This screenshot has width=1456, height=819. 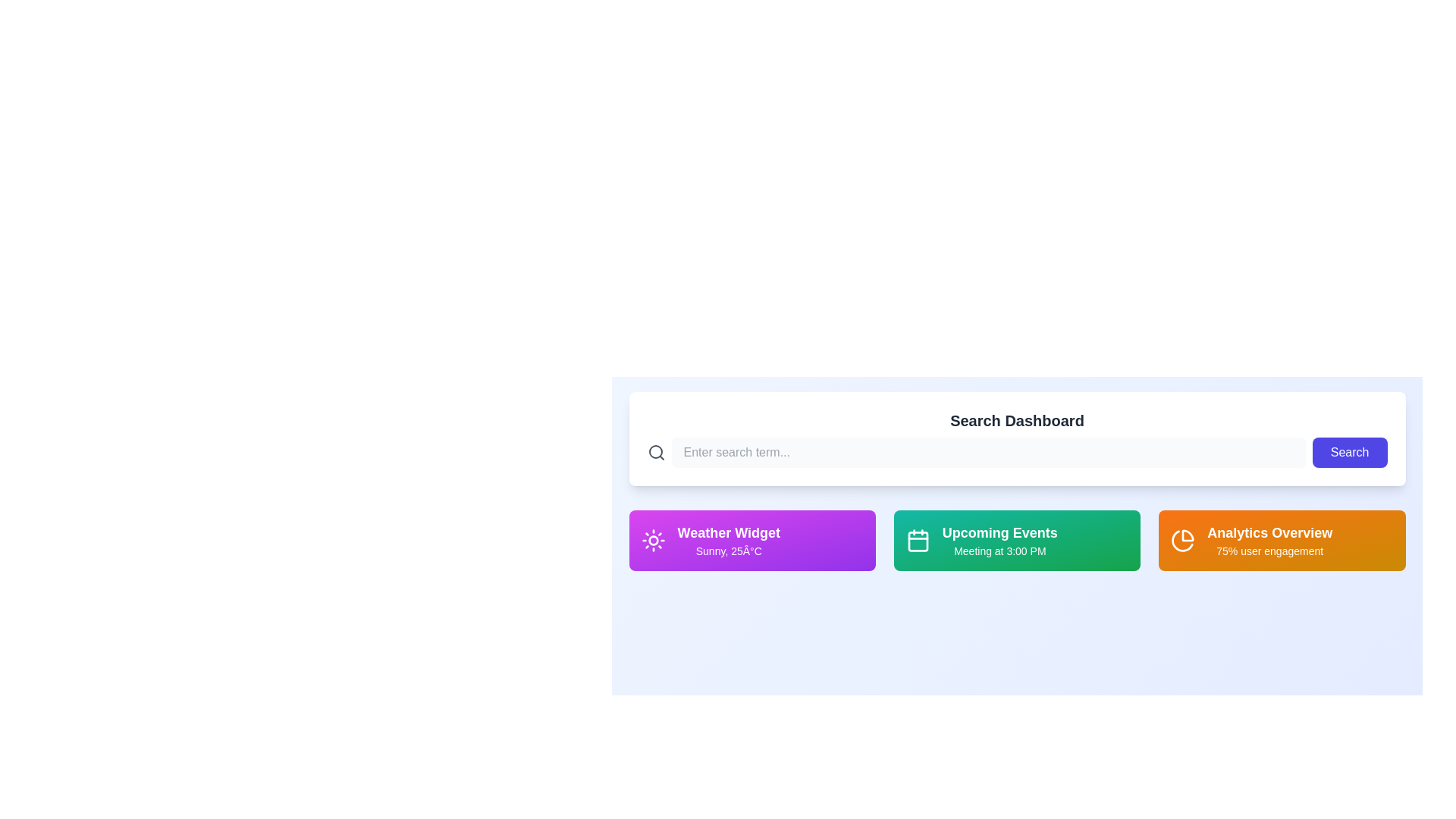 I want to click on the text block titled 'Analytics Overview' with '75% user engagement' in a styled card component on the rightmost side of the horizontal card set, so click(x=1269, y=540).